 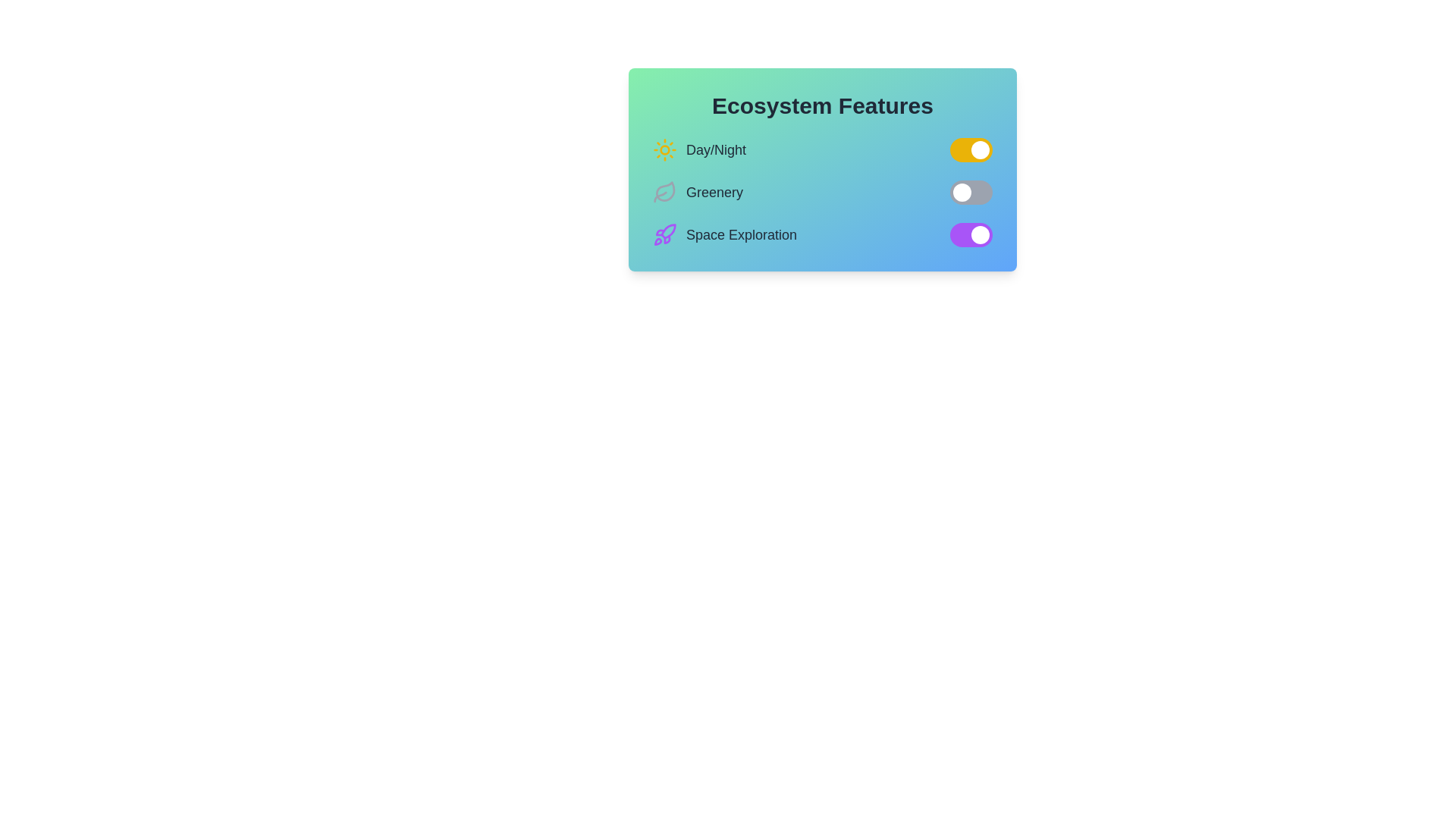 What do you see at coordinates (961, 192) in the screenshot?
I see `the white circular toggle knob of the middle toggle switch` at bounding box center [961, 192].